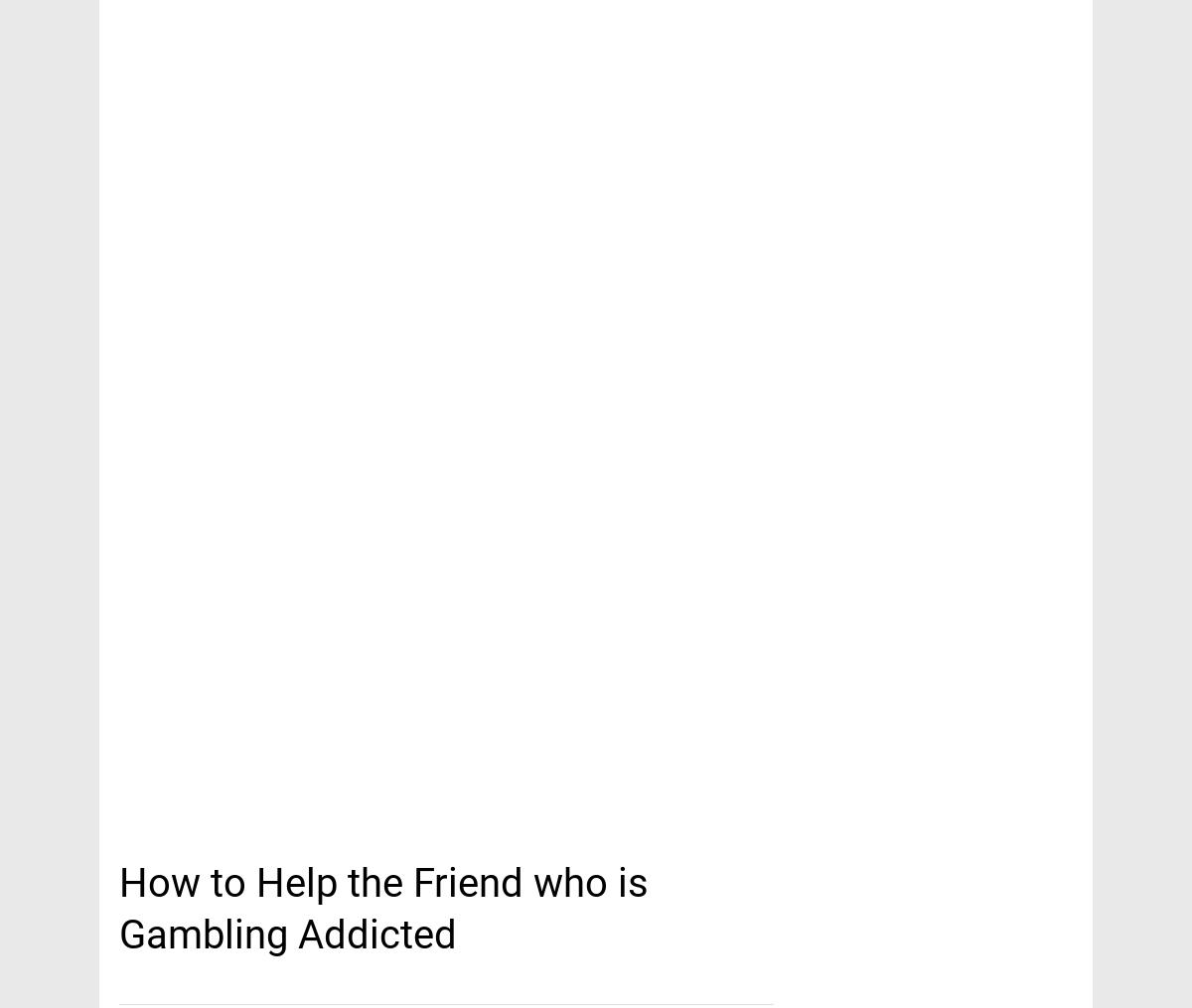  I want to click on 'youtube', so click(157, 71).